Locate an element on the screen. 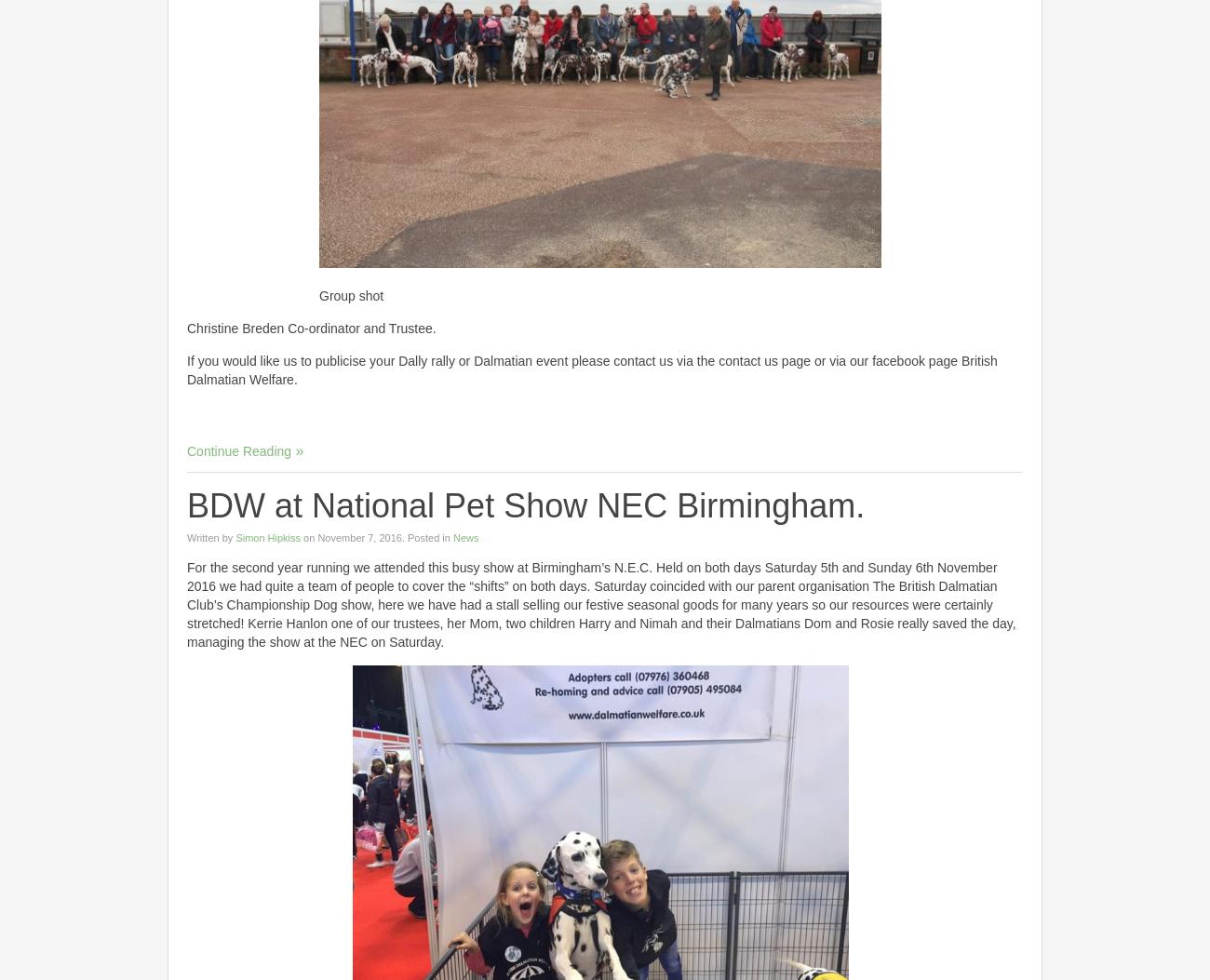 This screenshot has width=1210, height=980. 'on' is located at coordinates (308, 537).